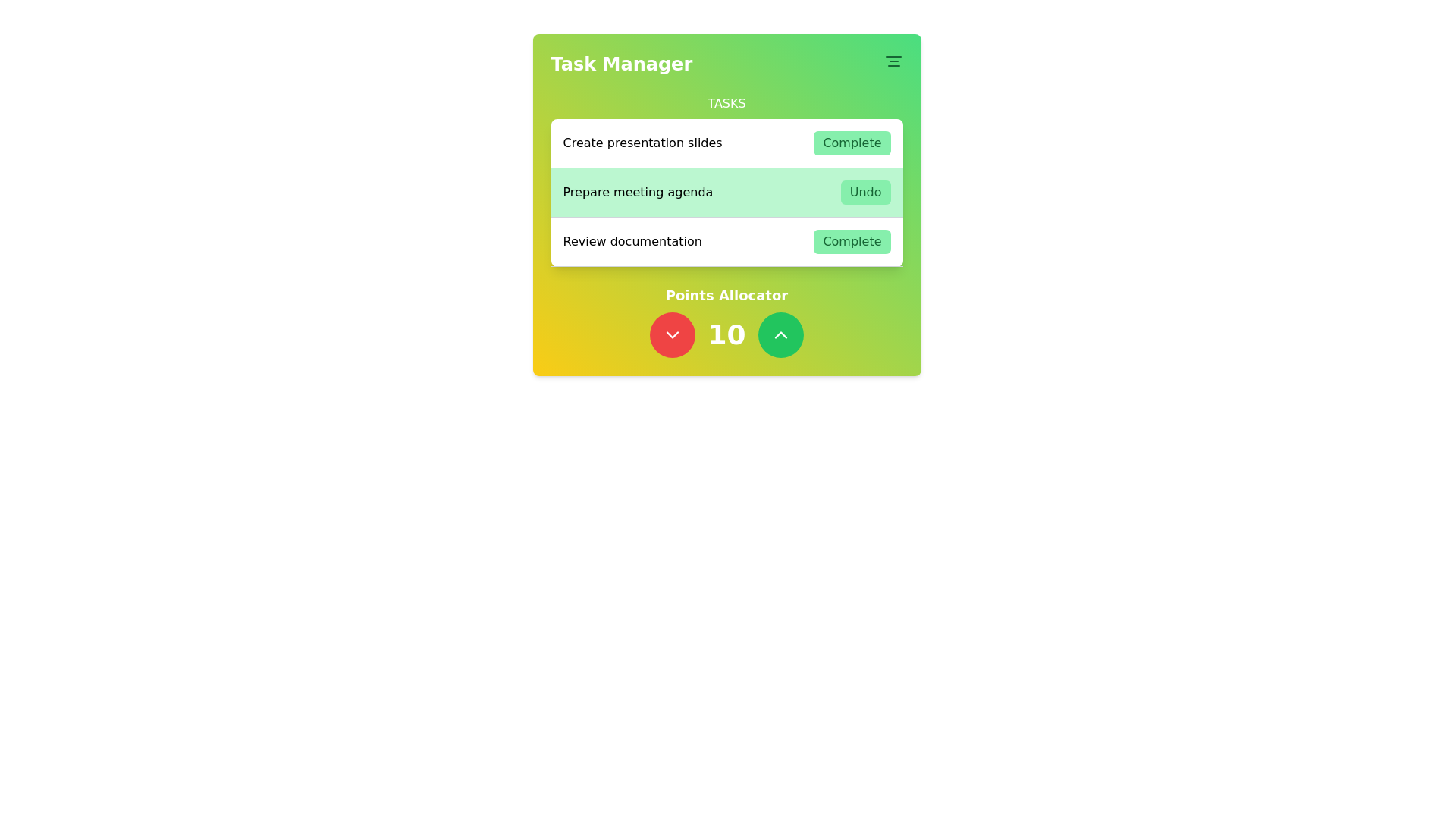  What do you see at coordinates (726, 295) in the screenshot?
I see `the Text label indicating the function of the associated components in the 'Task Manager' card, positioned above the numeric display and between the decrement and increment buttons` at bounding box center [726, 295].